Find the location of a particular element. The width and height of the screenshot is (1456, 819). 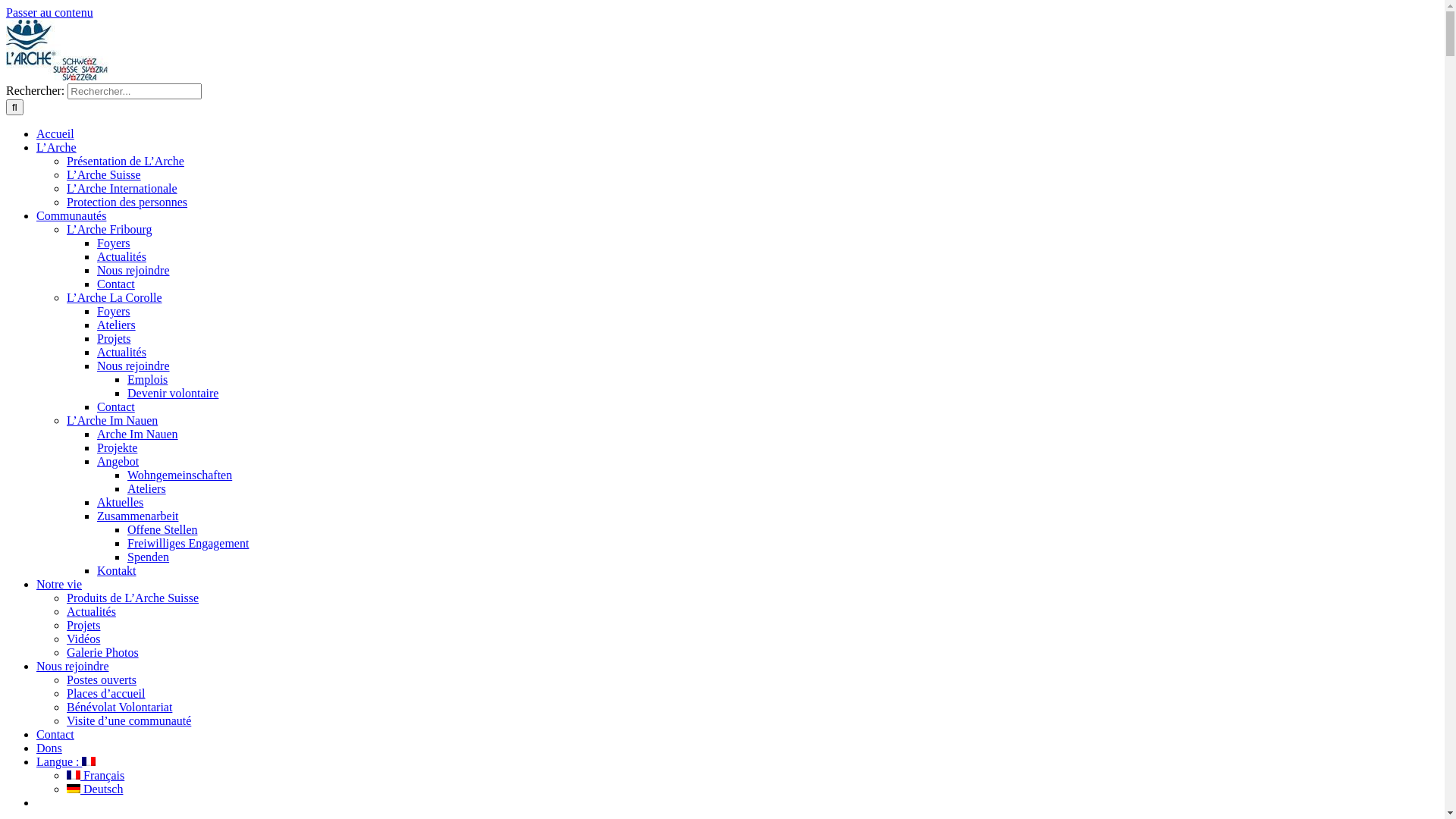

'Notre vie' is located at coordinates (58, 583).